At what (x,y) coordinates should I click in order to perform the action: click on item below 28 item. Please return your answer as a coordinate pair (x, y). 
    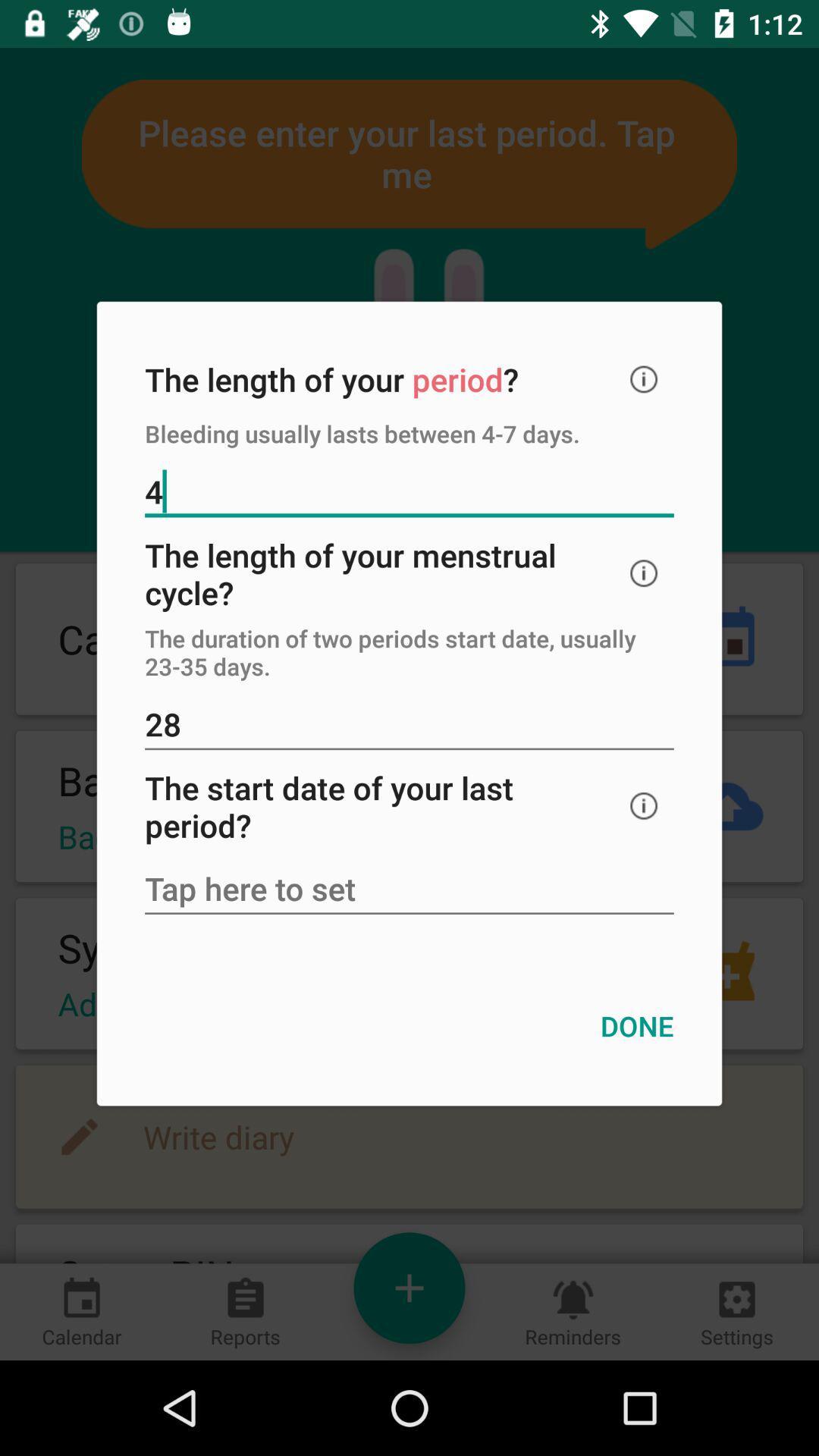
    Looking at the image, I should click on (644, 805).